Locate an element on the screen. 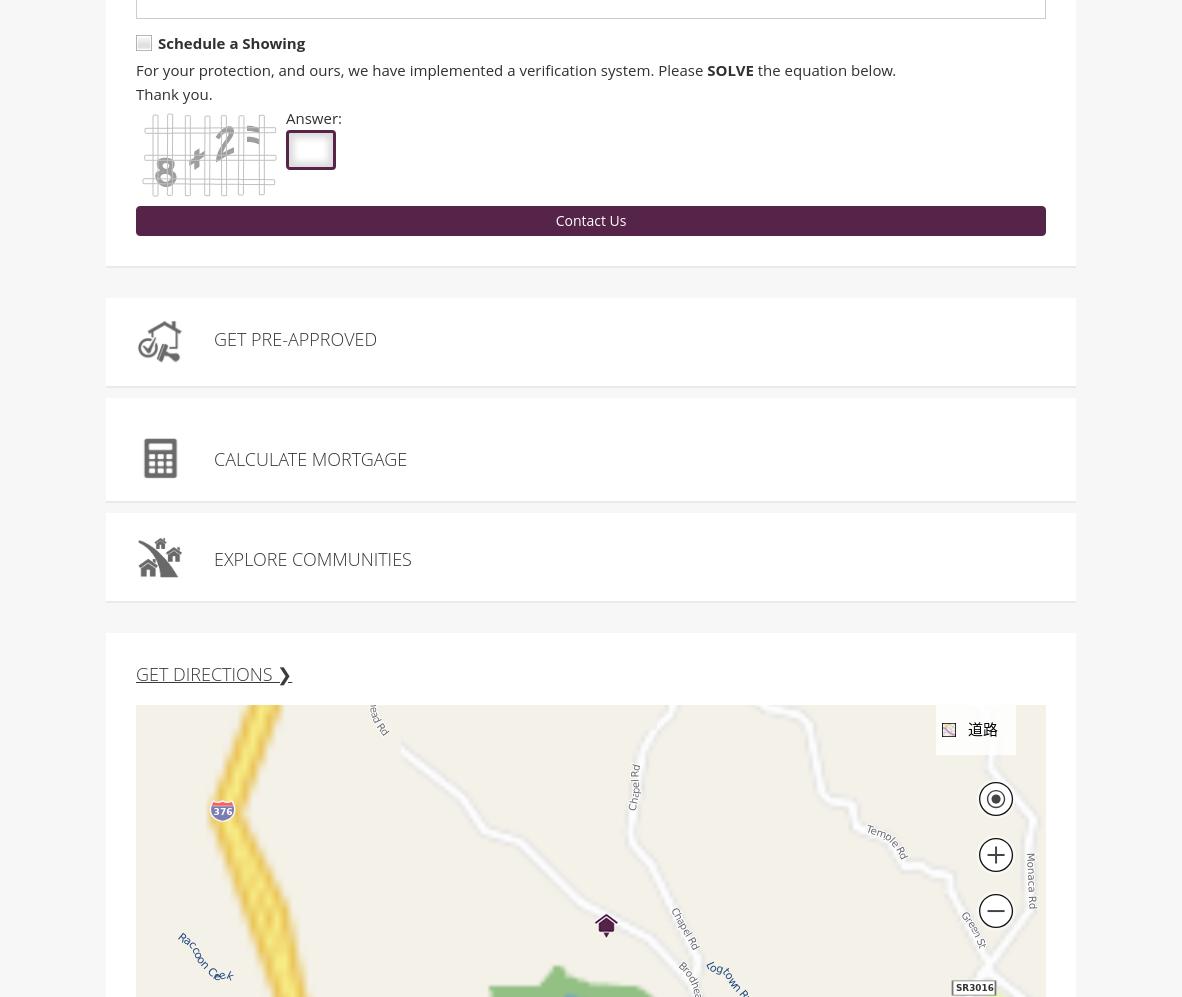 Image resolution: width=1182 pixels, height=997 pixels. 'Get Pre-Approved' is located at coordinates (212, 340).